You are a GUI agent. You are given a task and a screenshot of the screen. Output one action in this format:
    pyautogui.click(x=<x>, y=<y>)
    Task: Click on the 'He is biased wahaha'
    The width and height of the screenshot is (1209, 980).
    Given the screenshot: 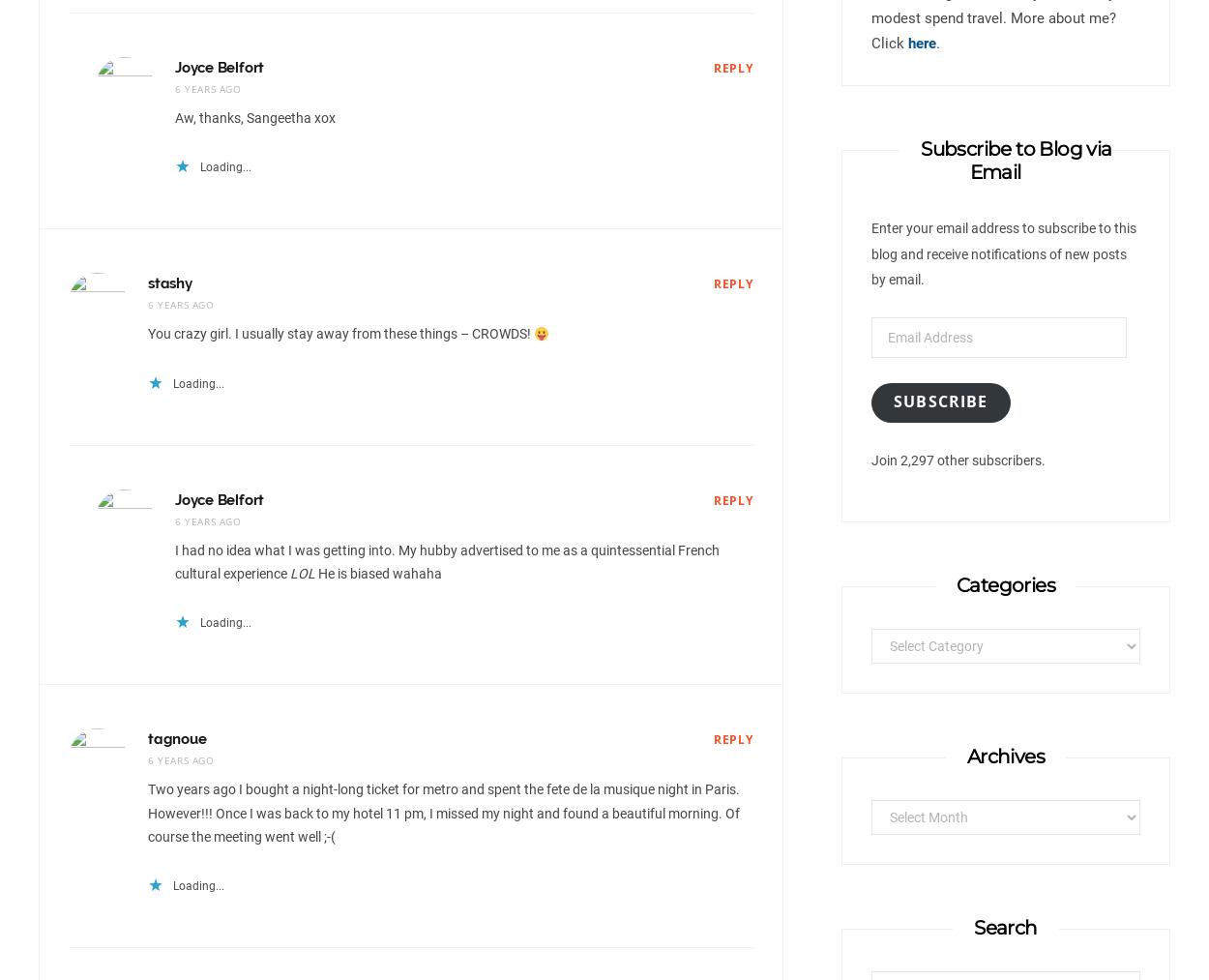 What is the action you would take?
    pyautogui.click(x=313, y=572)
    